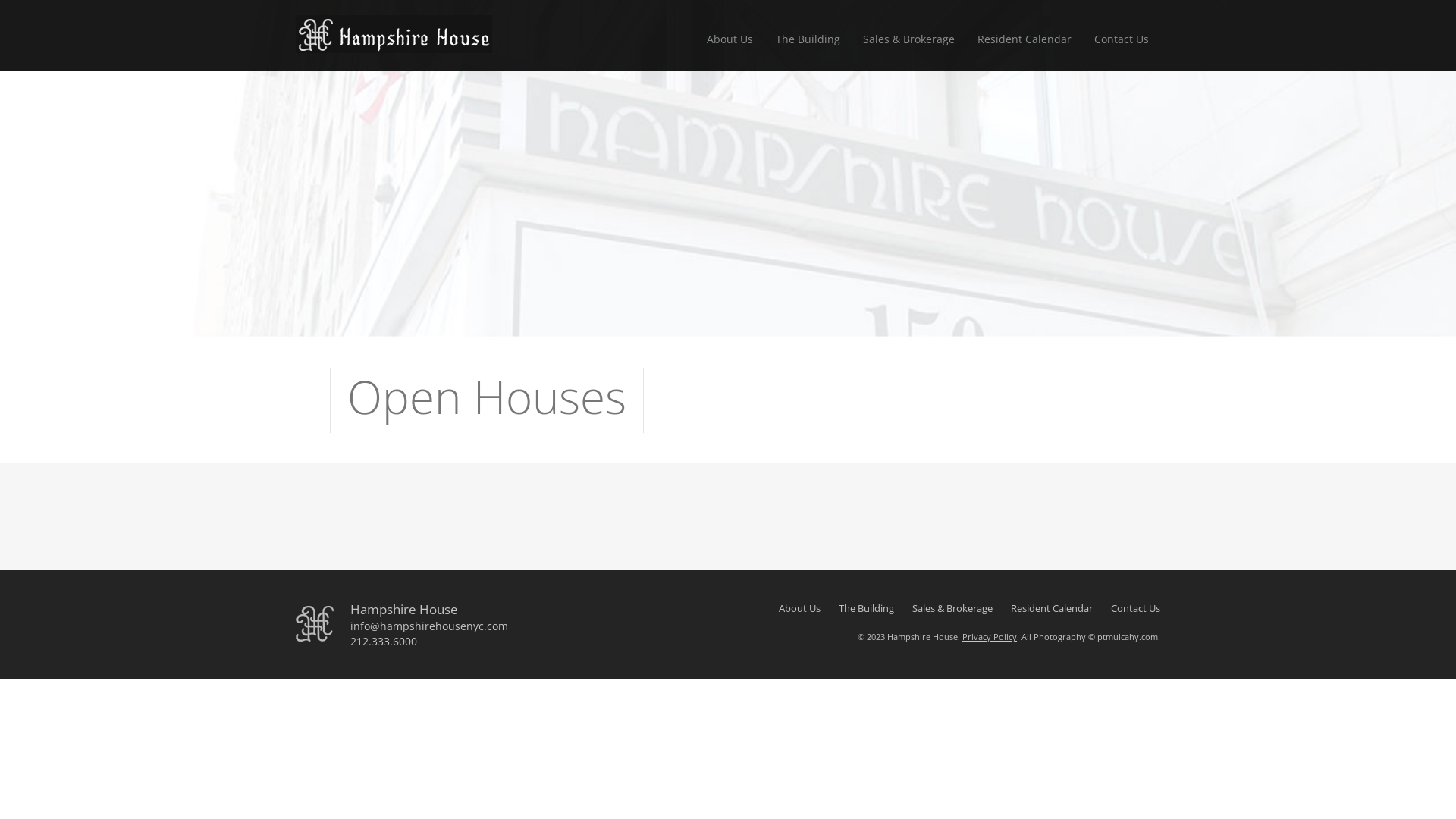 This screenshot has height=819, width=1456. What do you see at coordinates (908, 42) in the screenshot?
I see `'Sales & Brokerage'` at bounding box center [908, 42].